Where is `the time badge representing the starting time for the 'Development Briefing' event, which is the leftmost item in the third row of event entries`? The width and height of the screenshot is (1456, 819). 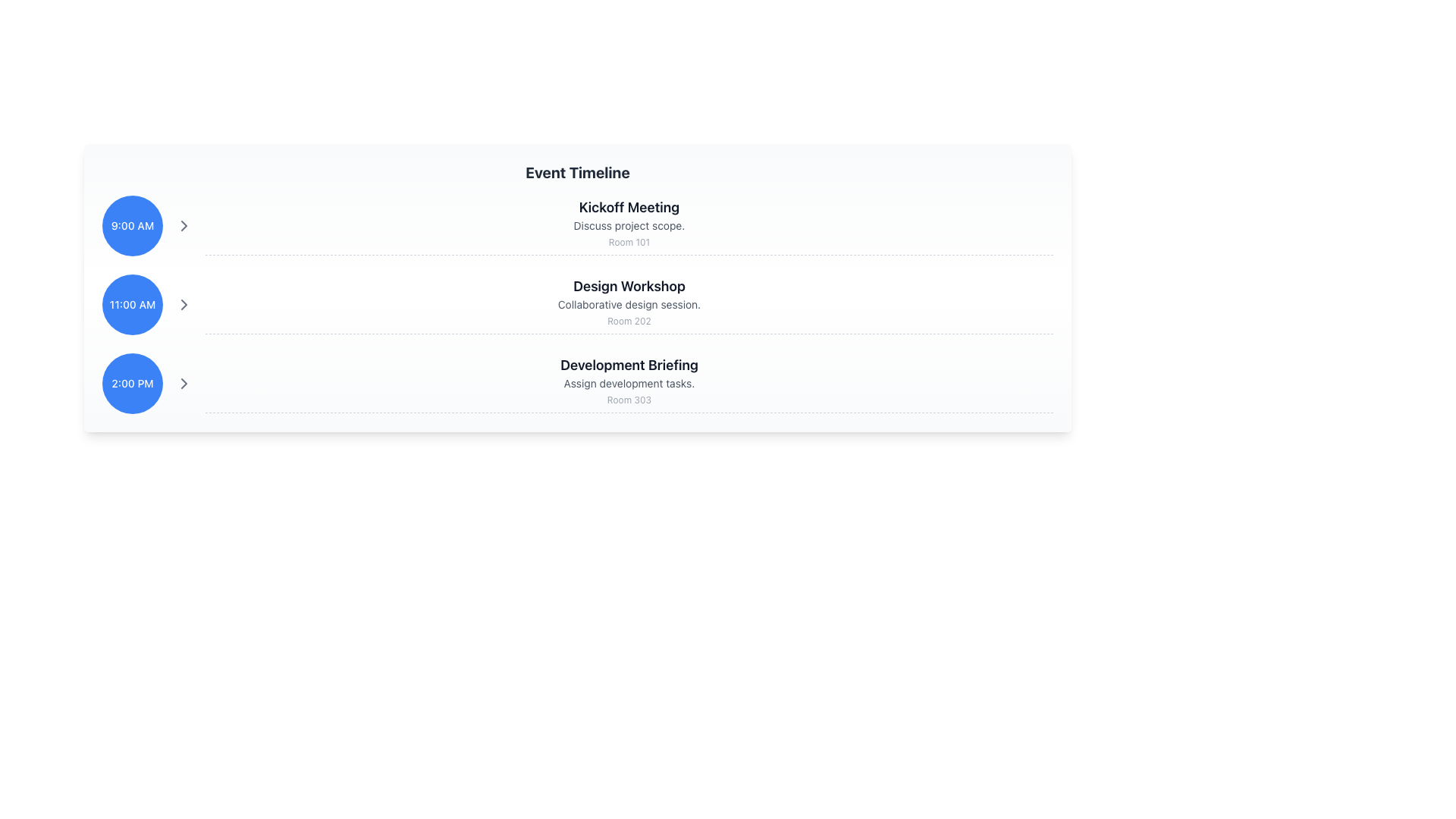
the time badge representing the starting time for the 'Development Briefing' event, which is the leftmost item in the third row of event entries is located at coordinates (132, 382).